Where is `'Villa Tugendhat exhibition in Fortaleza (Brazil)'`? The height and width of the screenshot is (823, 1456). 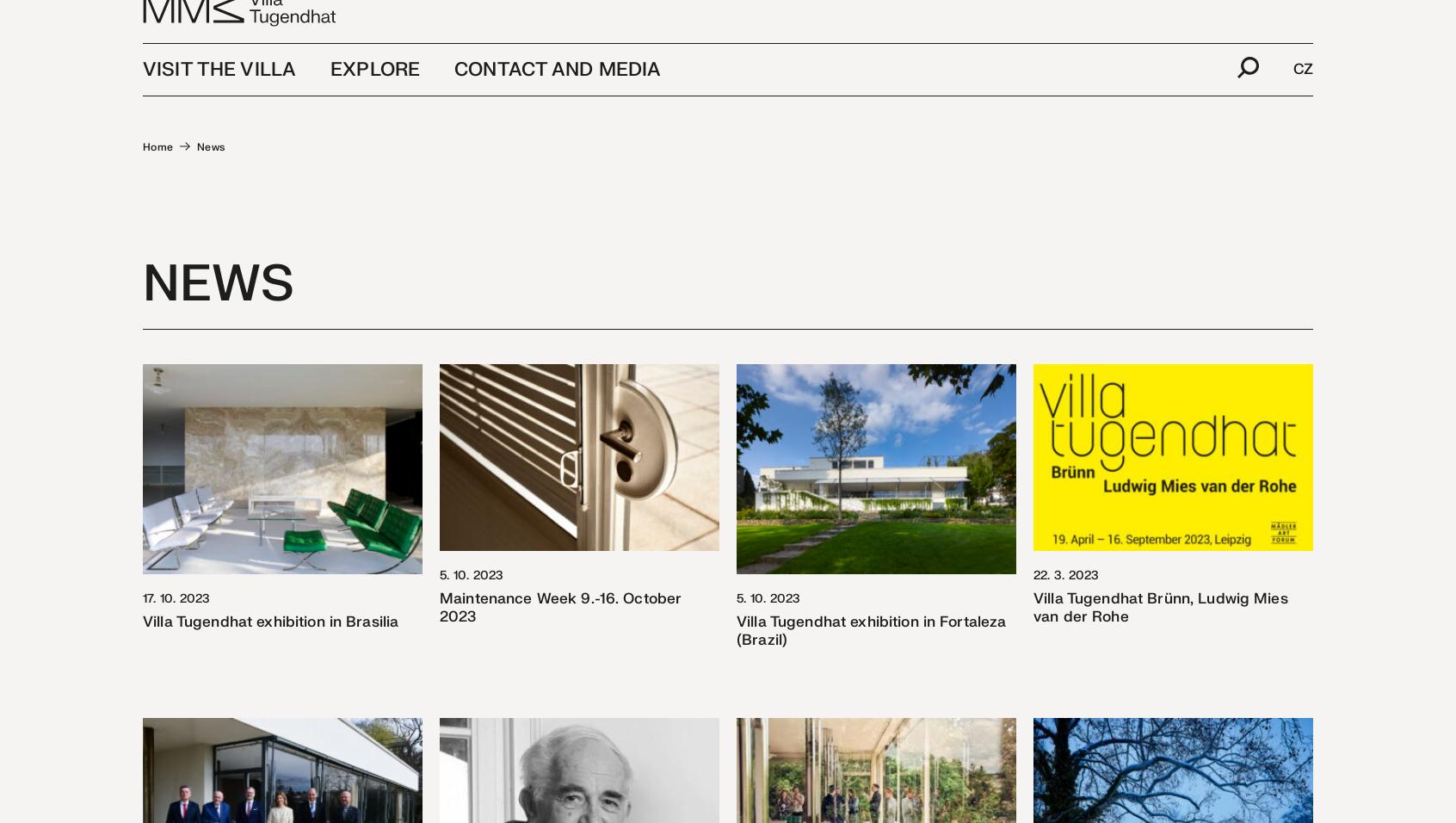
'Villa Tugendhat exhibition in Fortaleza (Brazil)' is located at coordinates (870, 629).